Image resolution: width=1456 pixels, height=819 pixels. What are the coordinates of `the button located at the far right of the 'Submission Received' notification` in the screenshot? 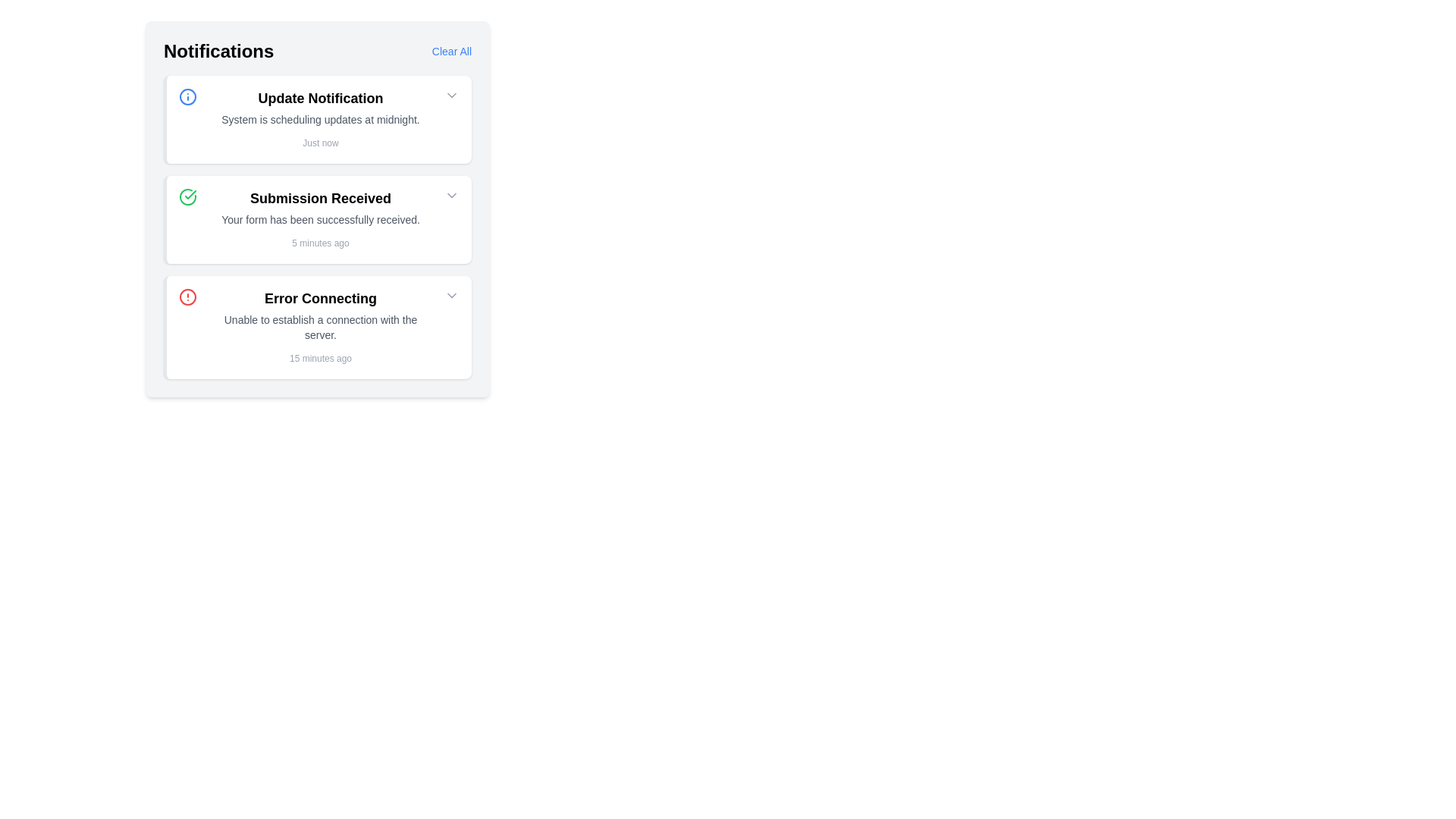 It's located at (450, 195).